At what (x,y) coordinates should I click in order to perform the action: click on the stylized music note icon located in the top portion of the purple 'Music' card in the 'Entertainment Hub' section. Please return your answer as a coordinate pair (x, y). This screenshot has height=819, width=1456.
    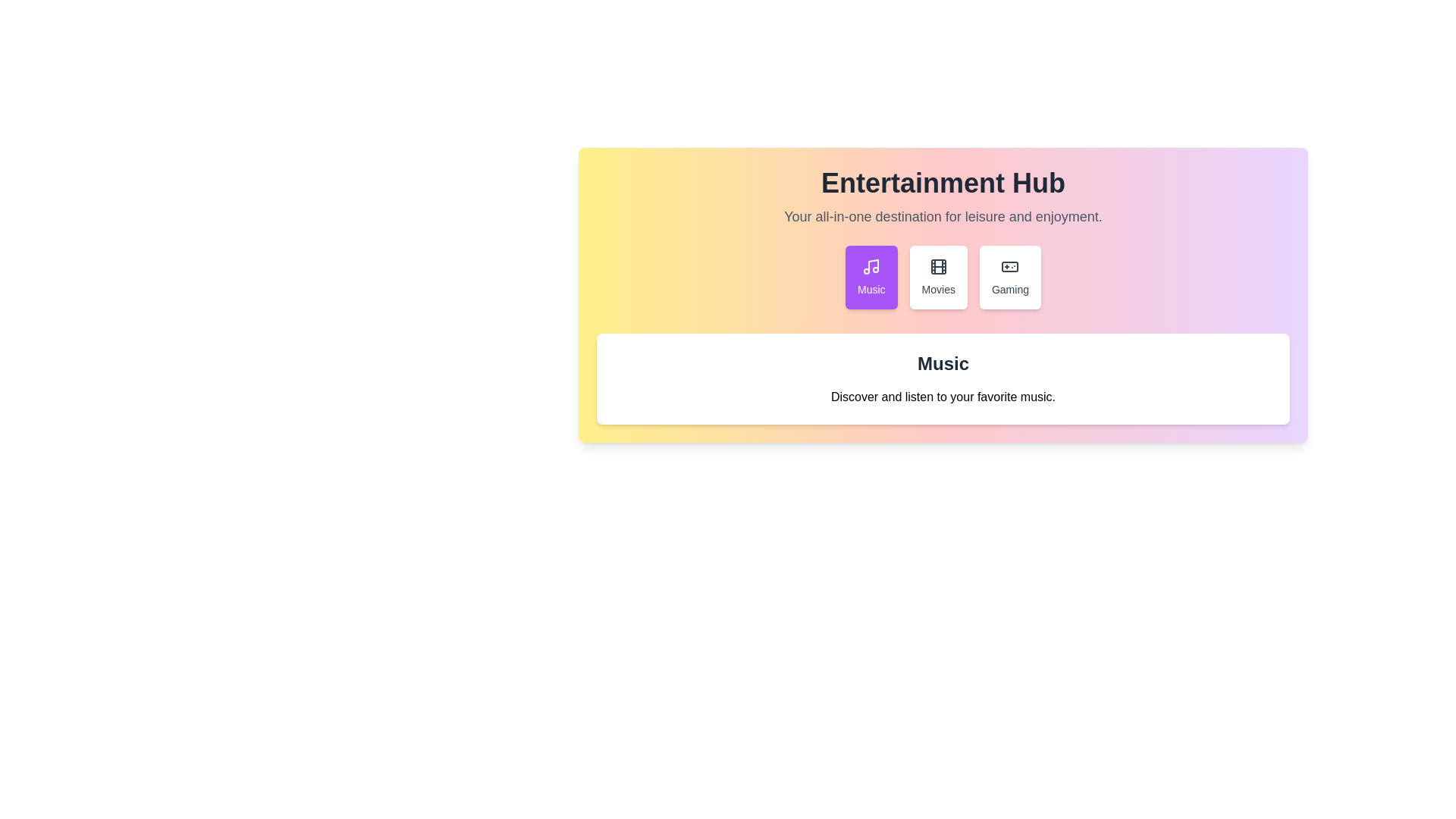
    Looking at the image, I should click on (871, 265).